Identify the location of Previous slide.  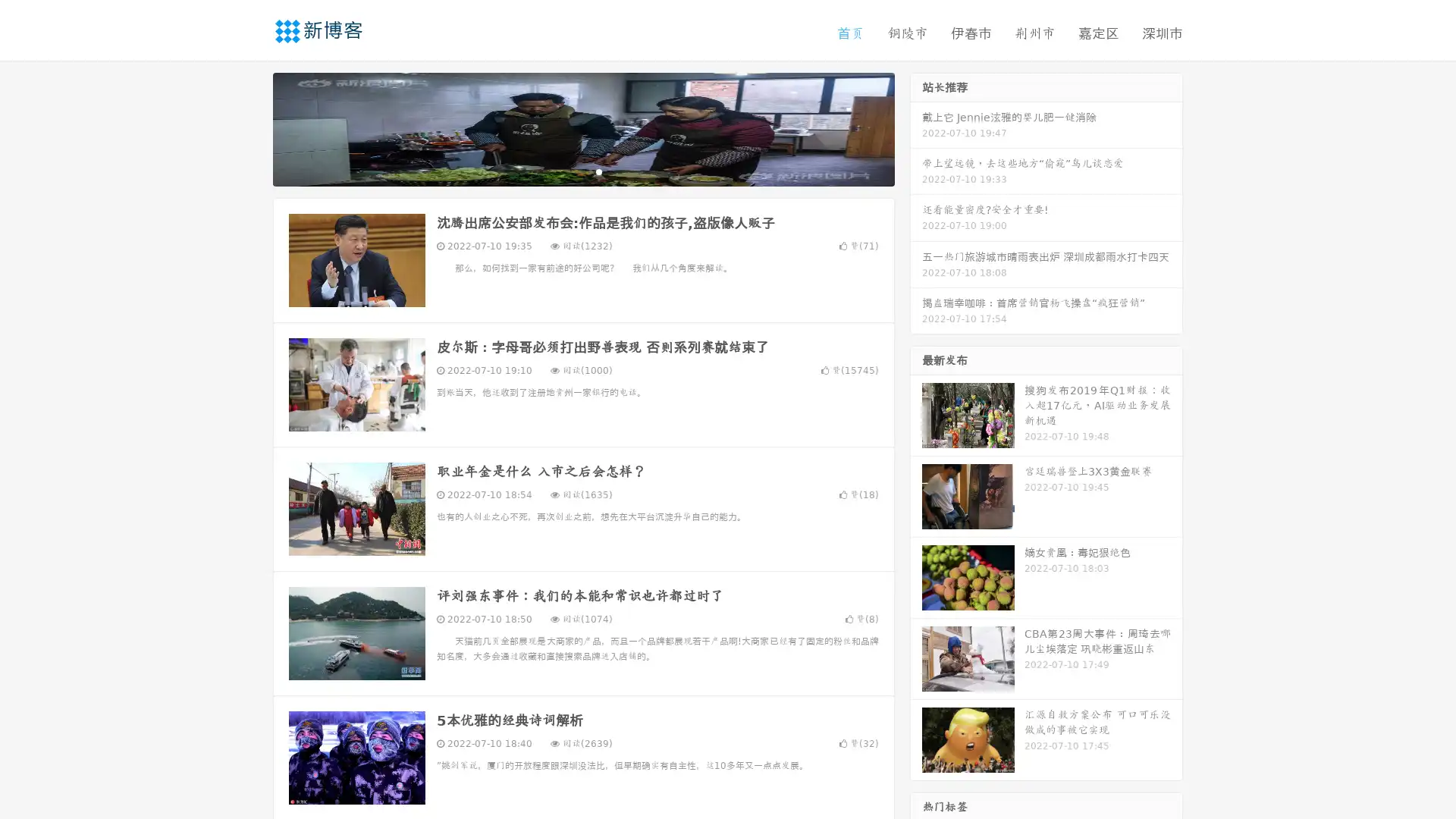
(250, 127).